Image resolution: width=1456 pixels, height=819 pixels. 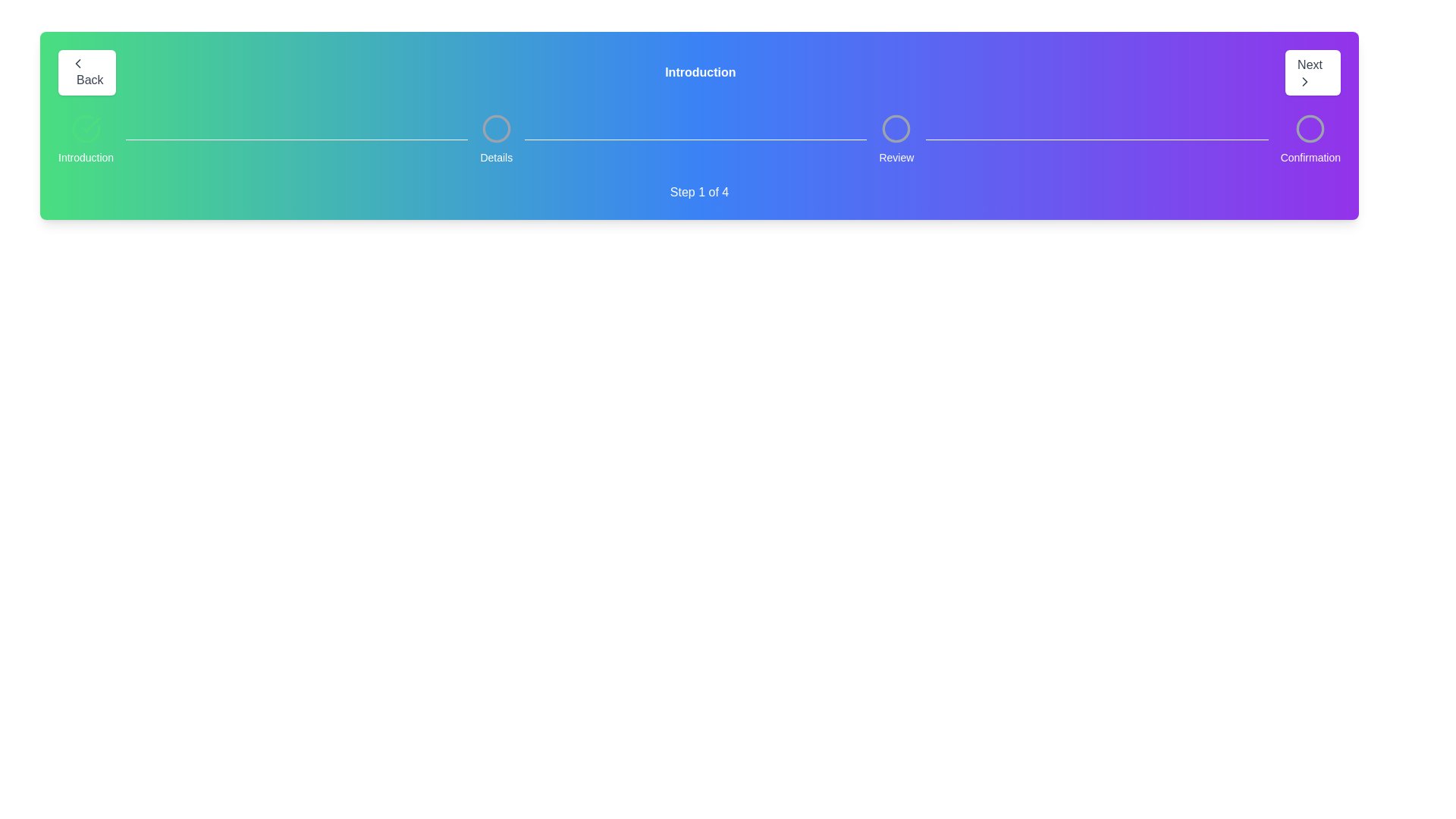 I want to click on the 'Introduction' step-indicator item in the navigation bar, so click(x=85, y=140).